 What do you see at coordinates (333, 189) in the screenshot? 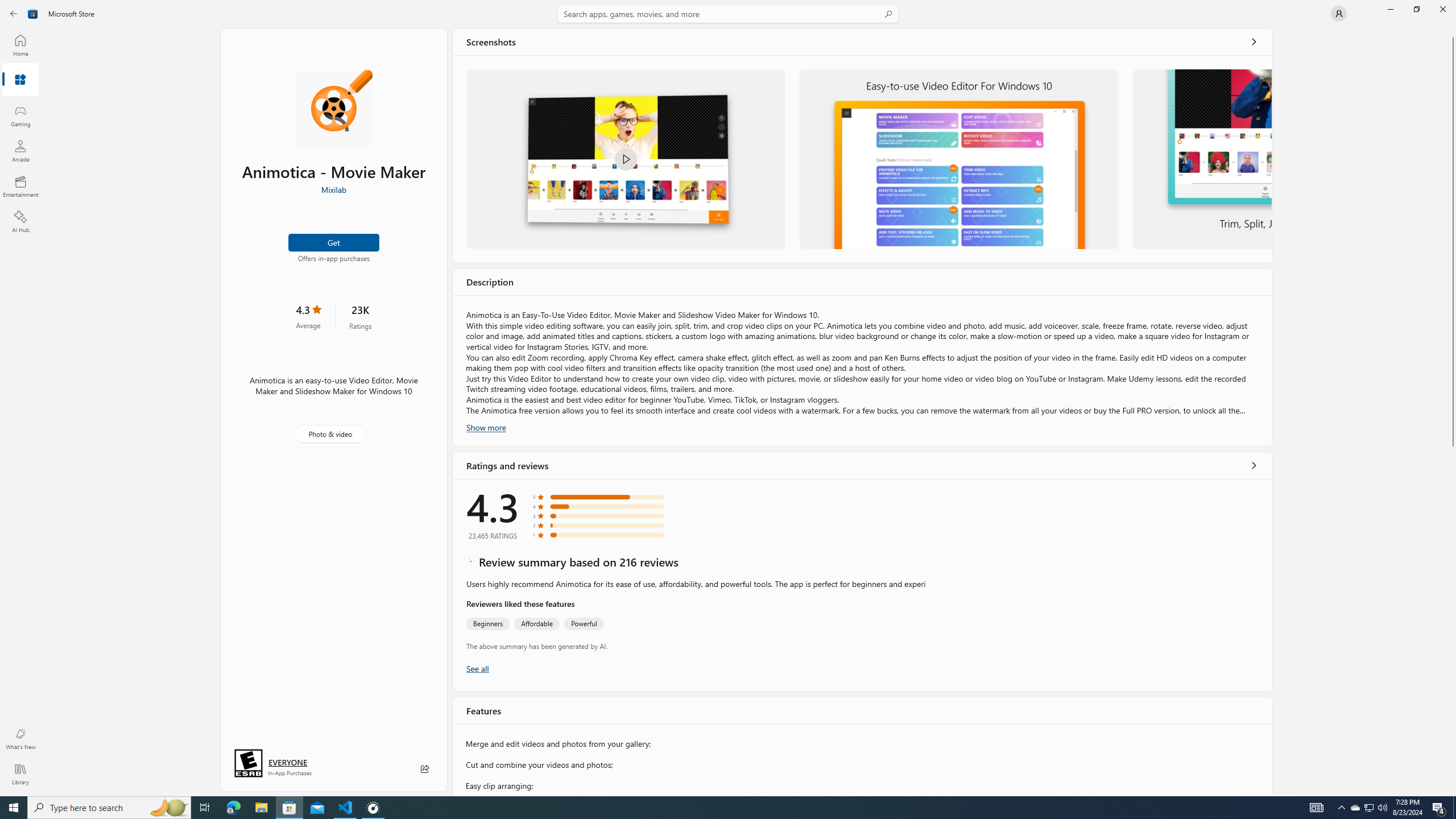
I see `'Mixilab'` at bounding box center [333, 189].